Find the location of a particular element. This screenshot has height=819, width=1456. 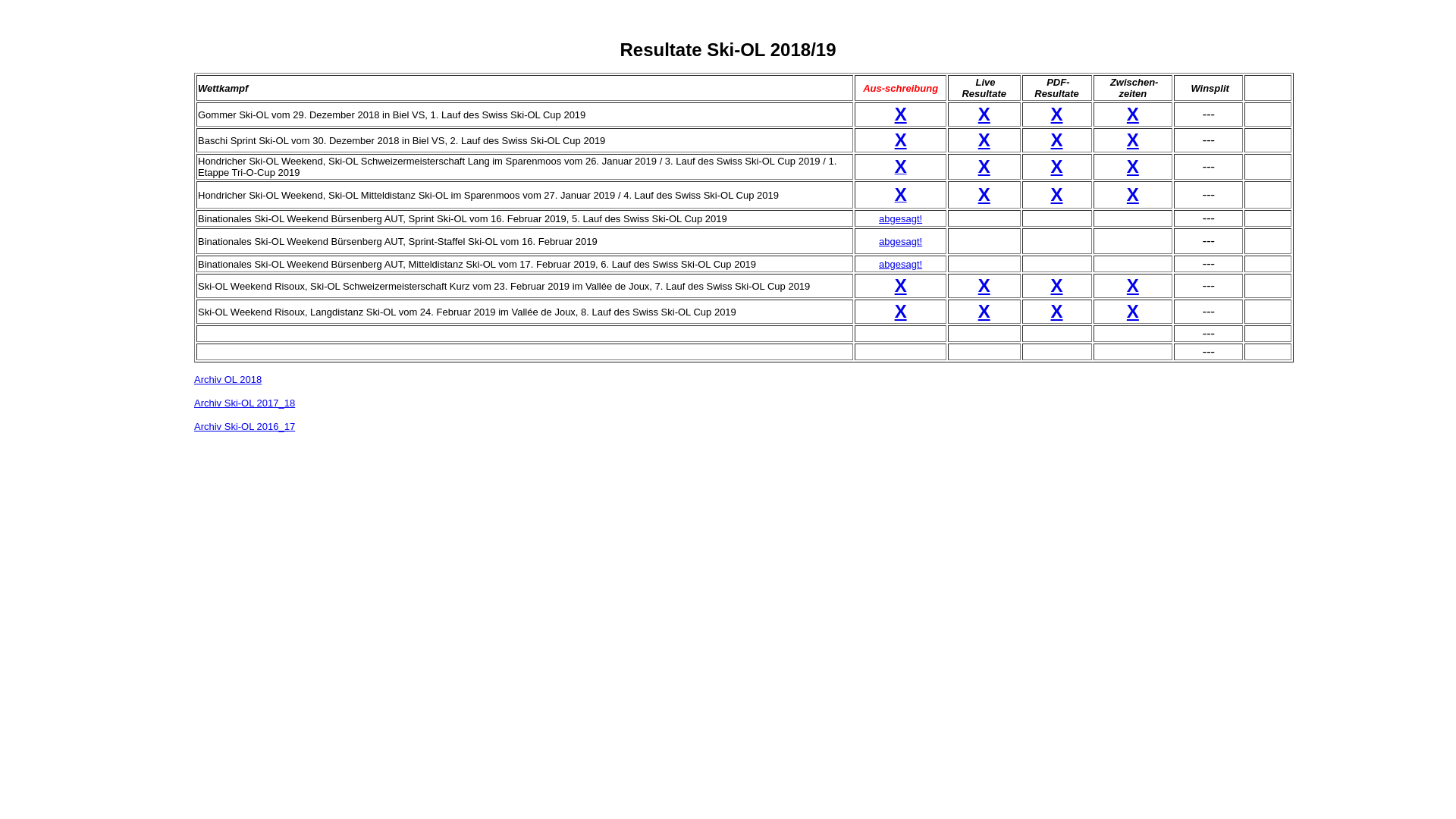

'X' is located at coordinates (984, 310).